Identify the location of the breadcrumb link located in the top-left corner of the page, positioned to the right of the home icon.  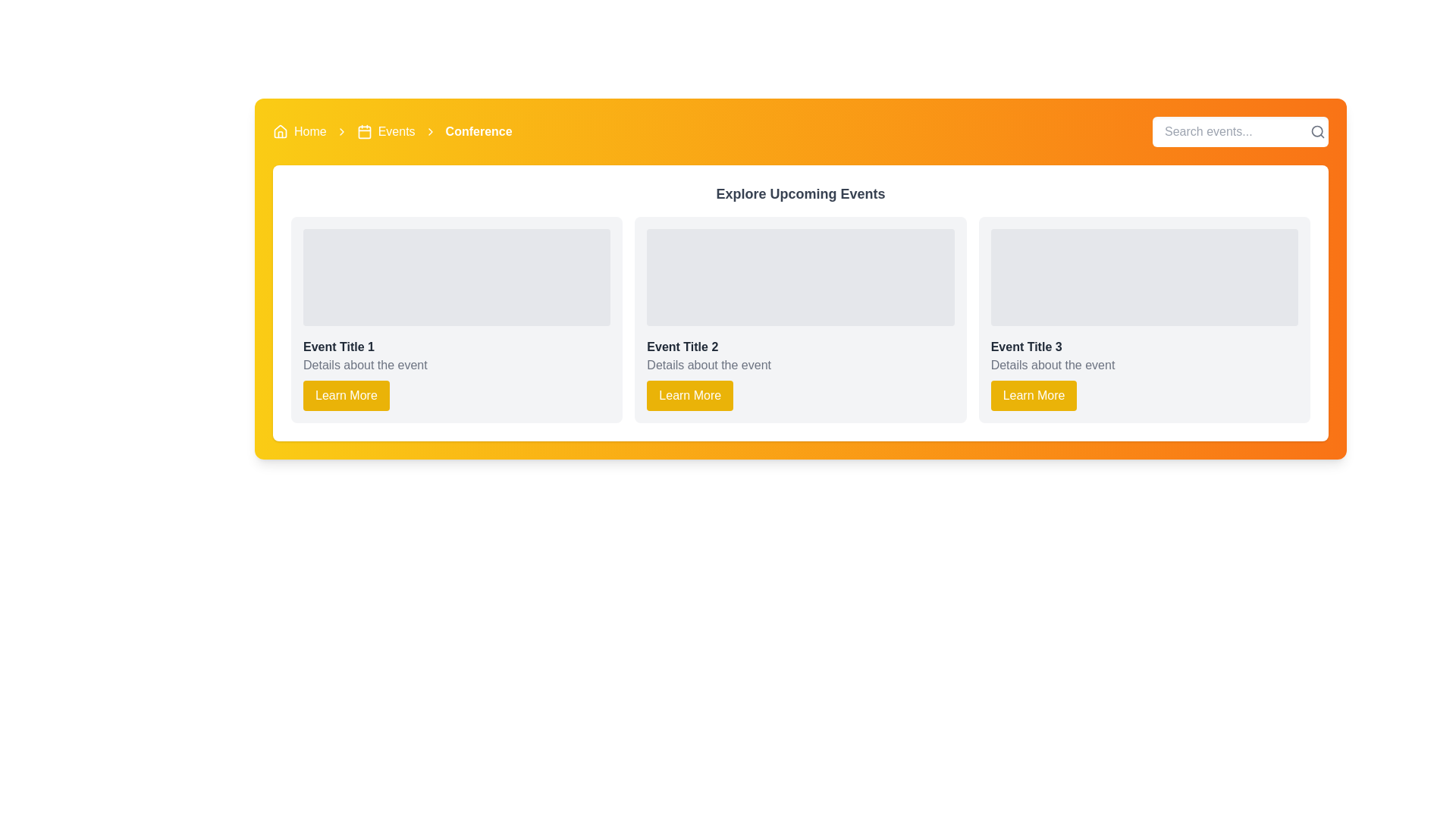
(309, 130).